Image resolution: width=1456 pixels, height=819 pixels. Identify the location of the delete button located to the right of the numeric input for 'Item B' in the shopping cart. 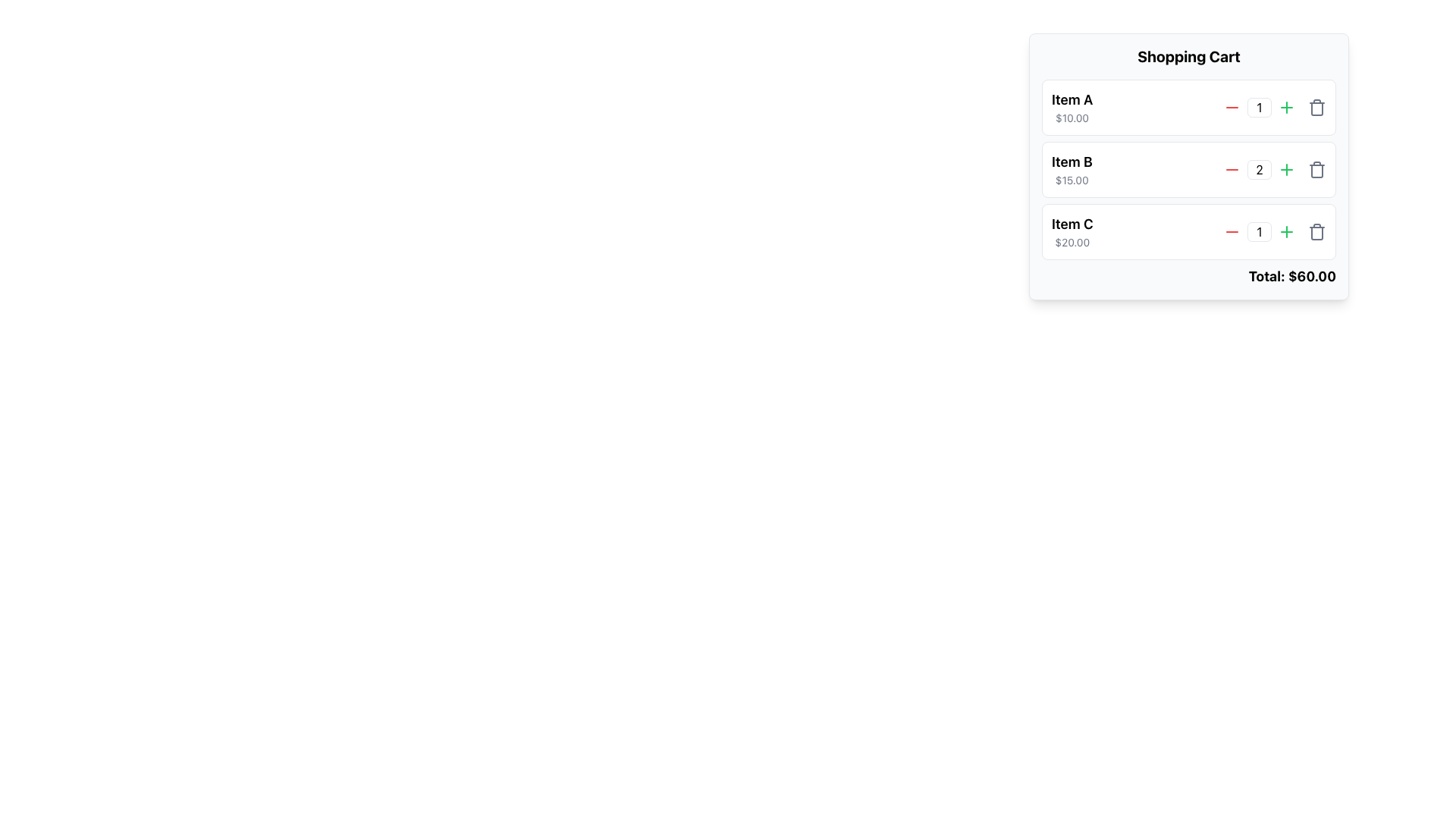
(1316, 169).